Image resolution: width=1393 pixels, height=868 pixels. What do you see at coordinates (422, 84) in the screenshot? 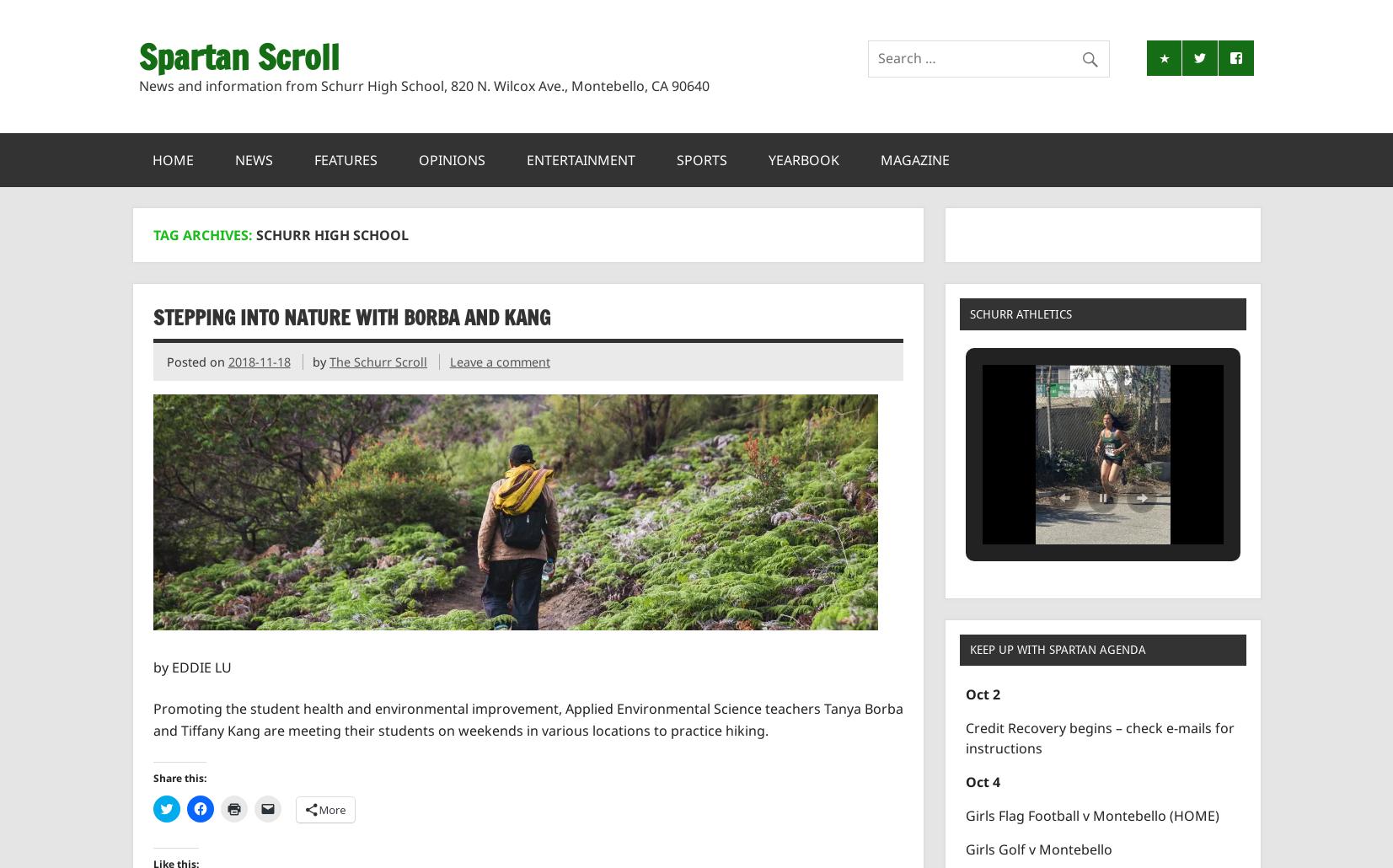
I see `'News and information from Schurr High School, 820 N. Wilcox Ave., Montebello, CA 90640'` at bounding box center [422, 84].